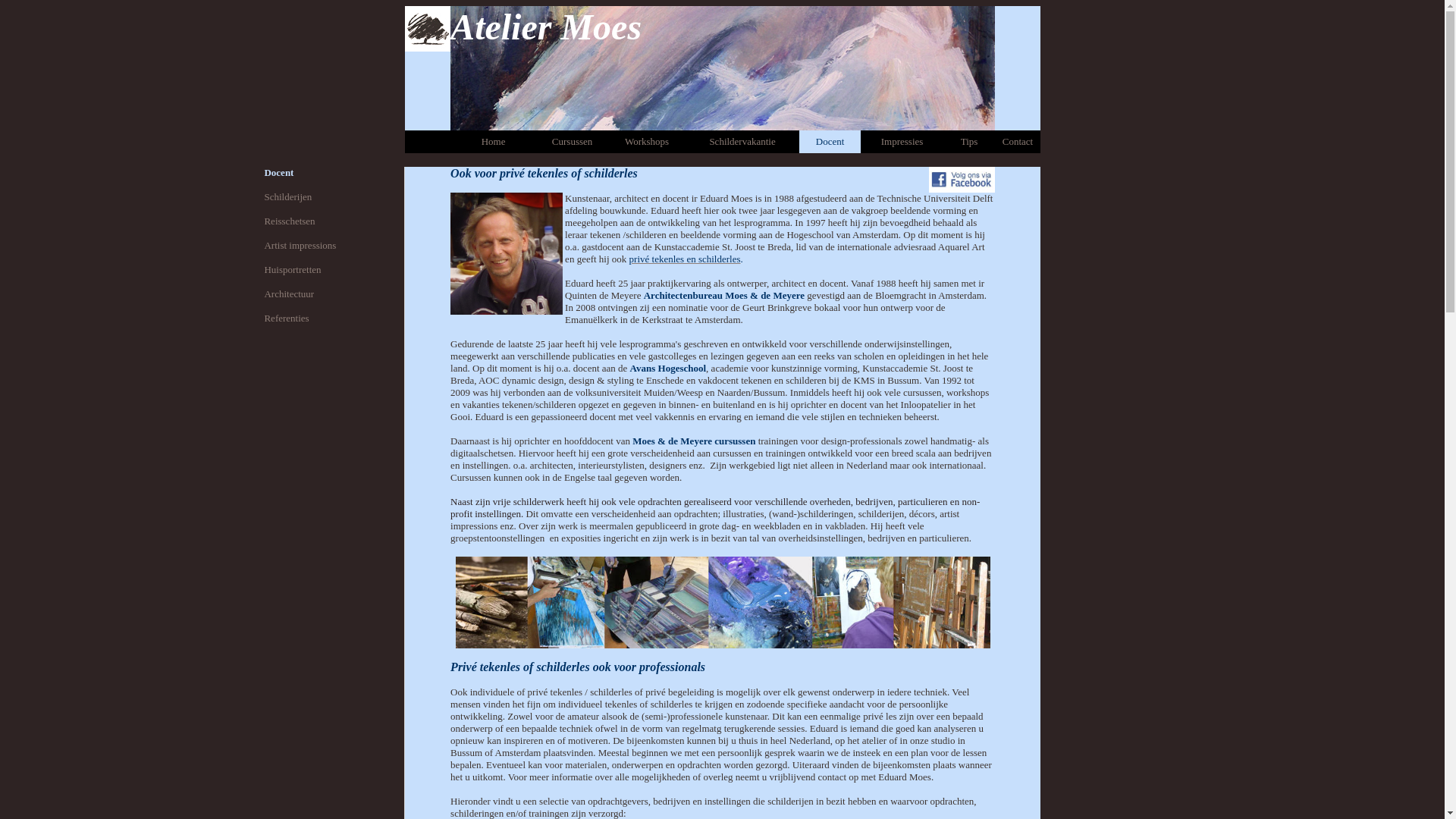 The image size is (1456, 819). What do you see at coordinates (693, 441) in the screenshot?
I see `'Moes & de Meyere cursussen'` at bounding box center [693, 441].